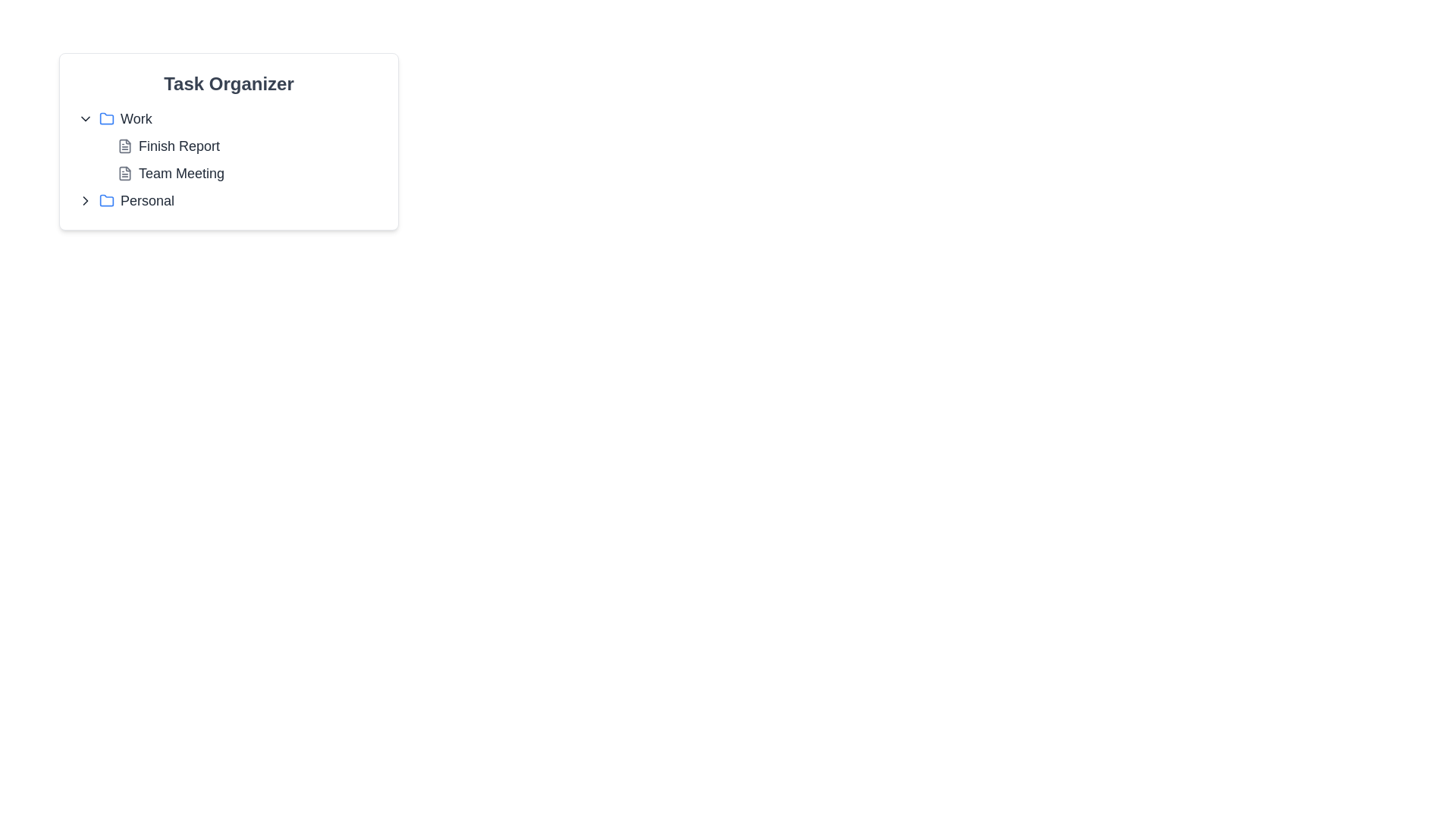 The image size is (1456, 819). What do you see at coordinates (105, 200) in the screenshot?
I see `the small blue outlined folder icon located to the left of the 'Personal' text under the 'Task Organizer' header` at bounding box center [105, 200].